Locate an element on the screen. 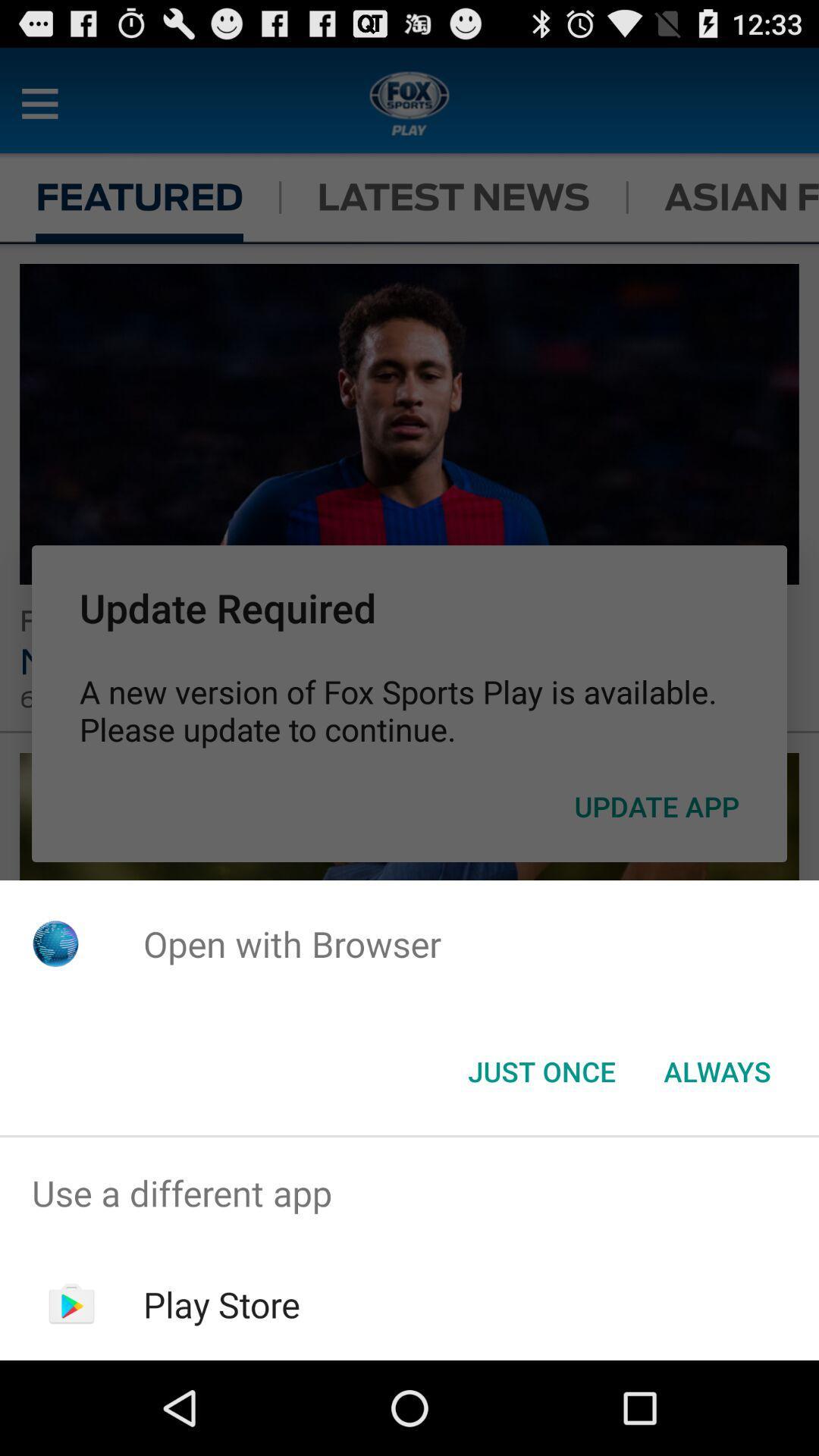 Image resolution: width=819 pixels, height=1456 pixels. the play store icon is located at coordinates (221, 1304).